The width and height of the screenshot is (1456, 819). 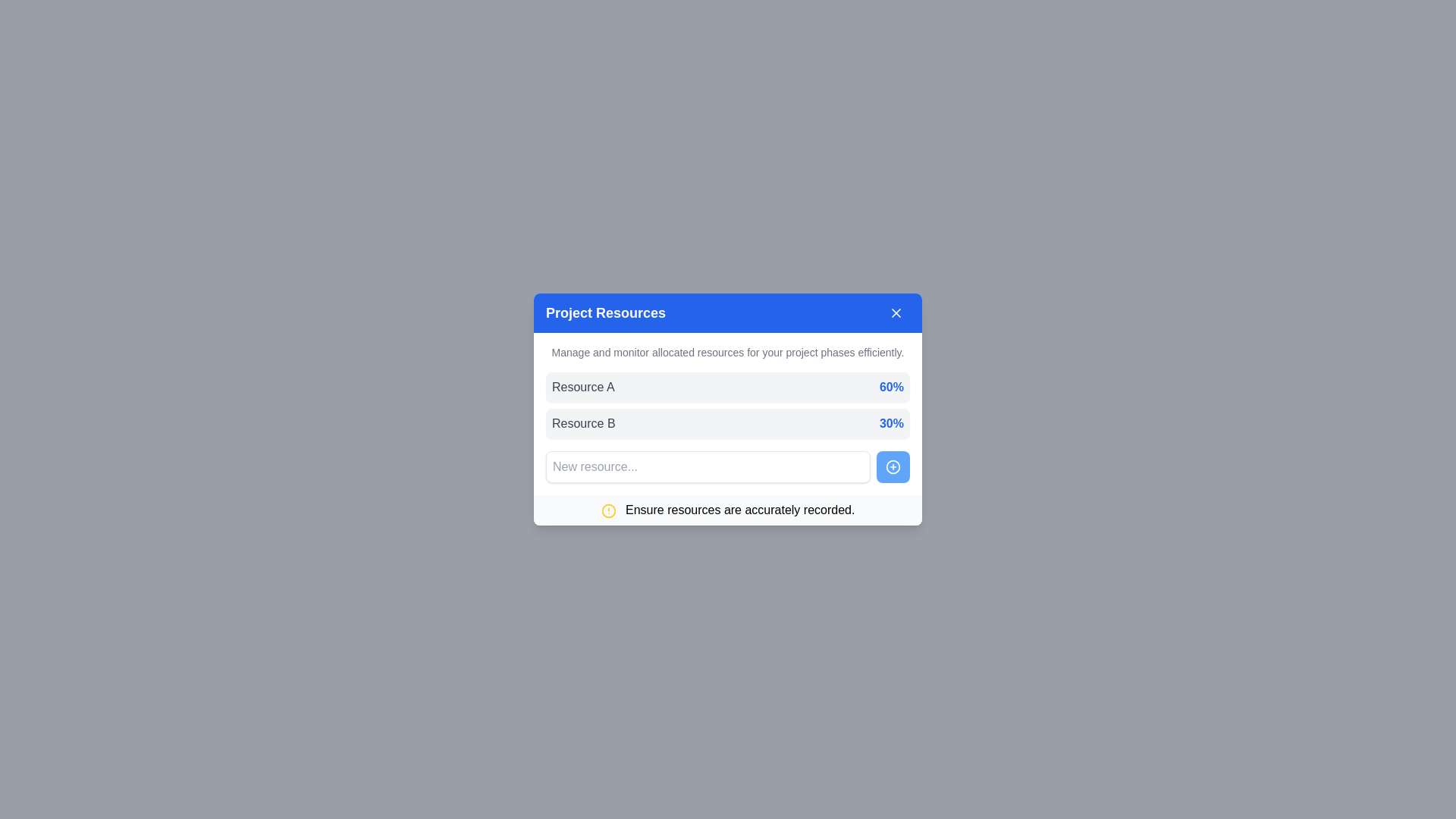 I want to click on the close button located in the top right corner of the blue header bar labeled 'Project Resources', so click(x=896, y=312).